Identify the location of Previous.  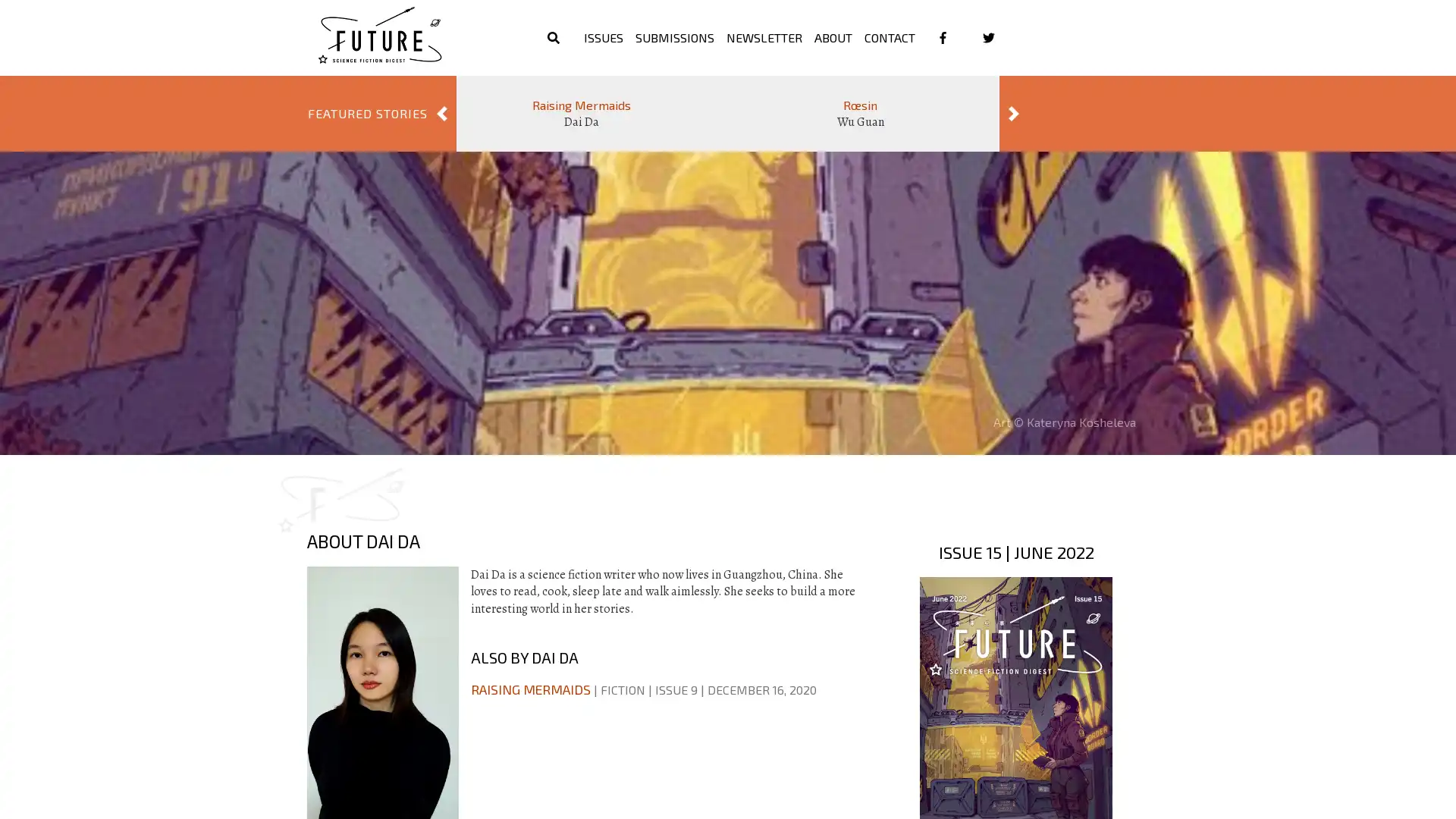
(441, 113).